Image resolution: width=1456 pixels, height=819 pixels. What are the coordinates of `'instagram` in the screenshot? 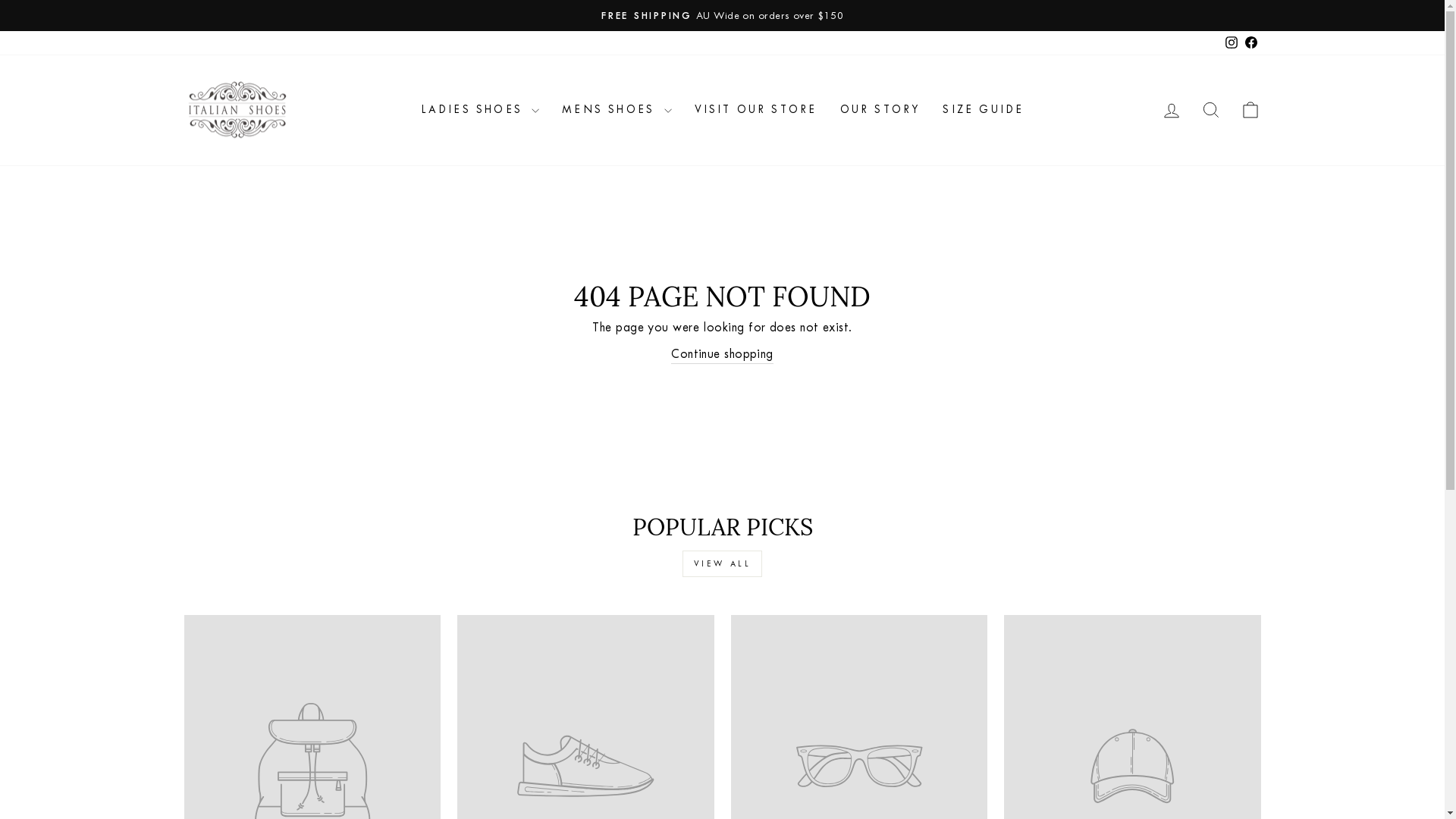 It's located at (1230, 42).